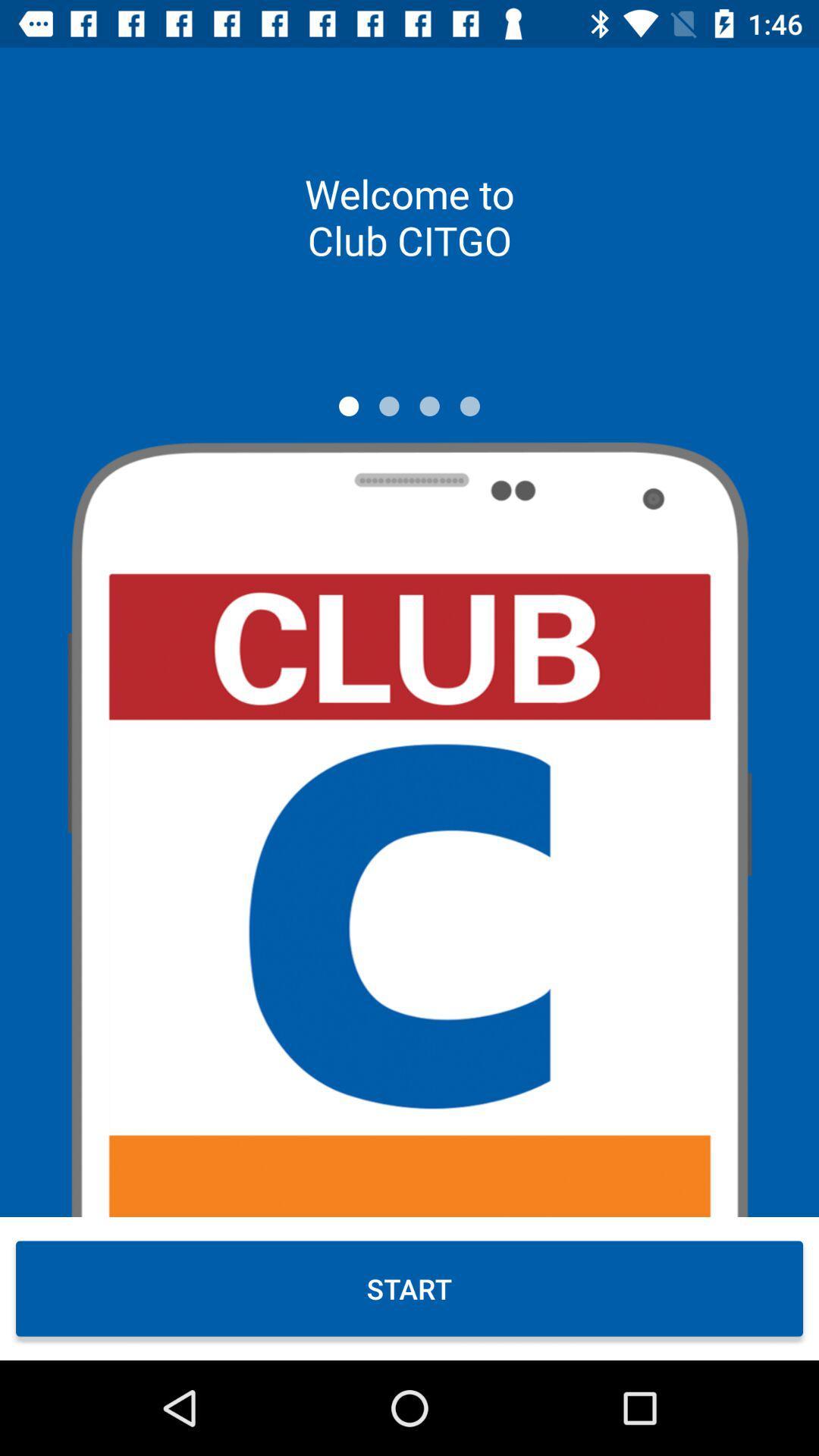 This screenshot has width=819, height=1456. Describe the element at coordinates (388, 406) in the screenshot. I see `next image` at that location.